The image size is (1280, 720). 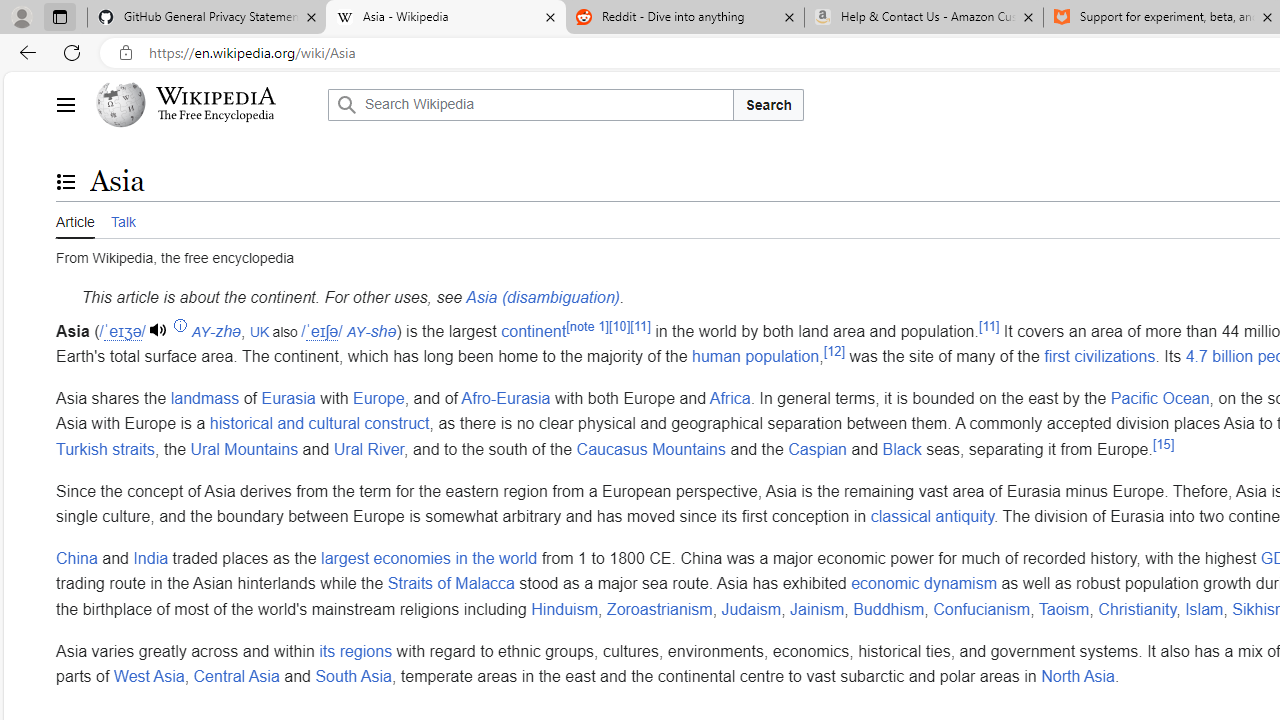 What do you see at coordinates (353, 676) in the screenshot?
I see `'South Asia'` at bounding box center [353, 676].